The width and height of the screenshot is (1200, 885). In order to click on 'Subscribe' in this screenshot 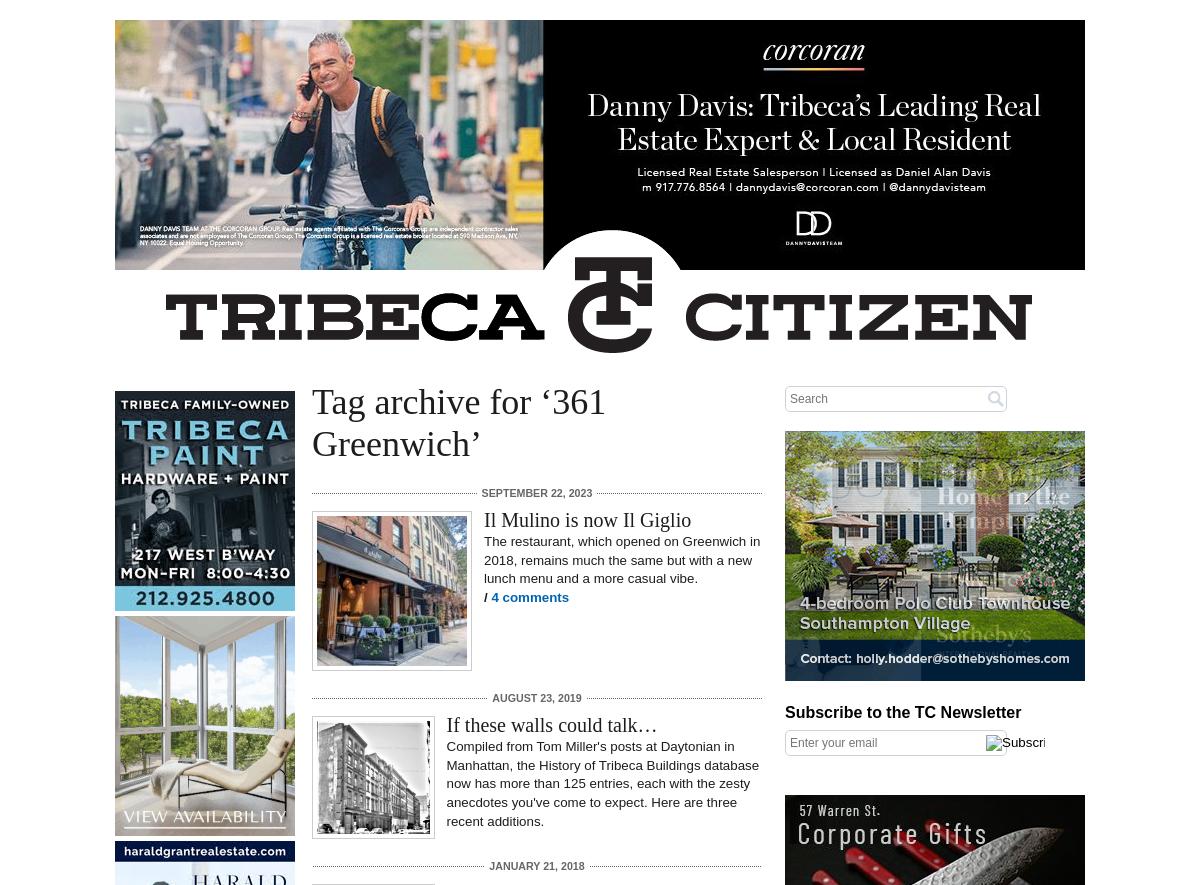, I will do `click(791, 698)`.